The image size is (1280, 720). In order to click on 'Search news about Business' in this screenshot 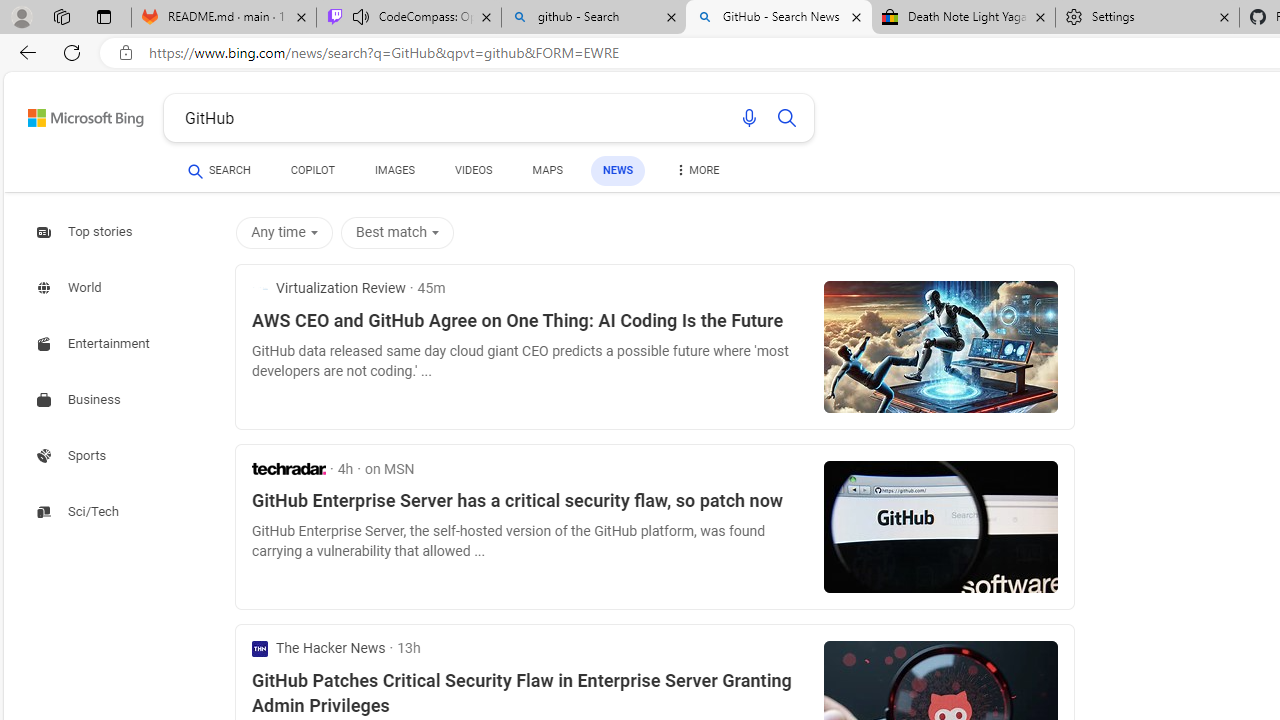, I will do `click(80, 400)`.